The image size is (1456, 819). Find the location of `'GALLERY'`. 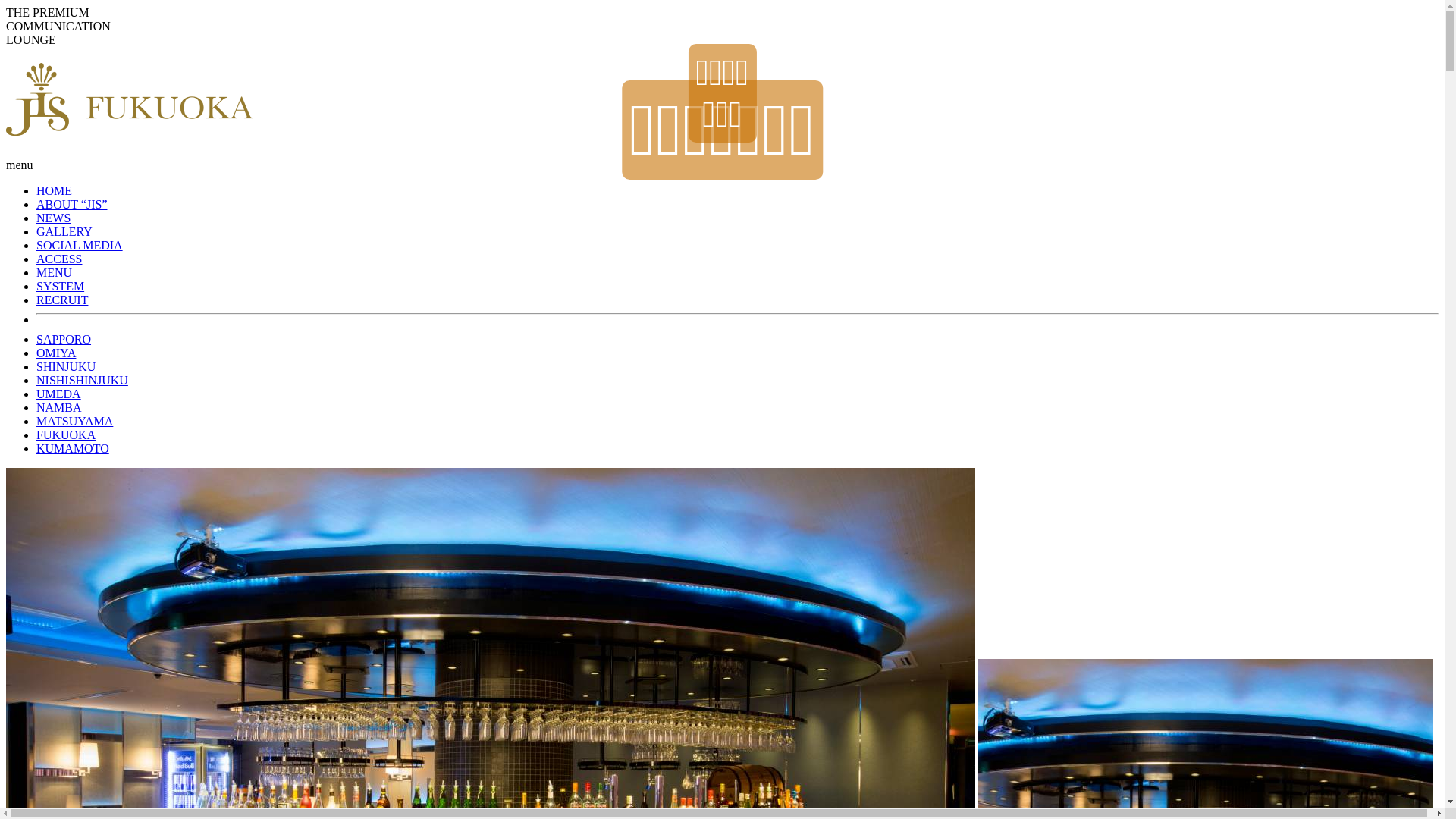

'GALLERY' is located at coordinates (36, 231).